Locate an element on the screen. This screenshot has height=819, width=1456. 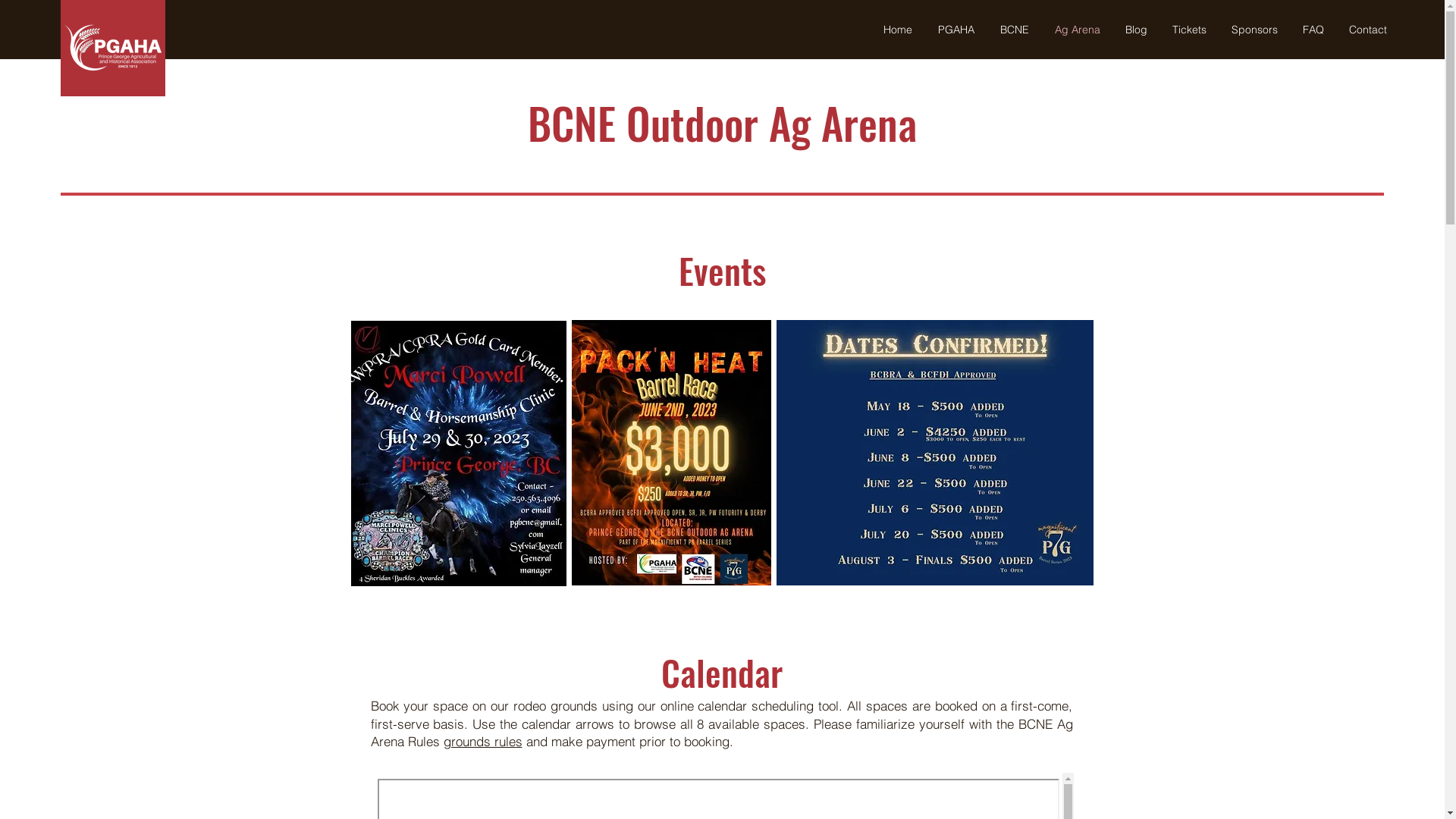
'Ag Arena' is located at coordinates (1076, 29).